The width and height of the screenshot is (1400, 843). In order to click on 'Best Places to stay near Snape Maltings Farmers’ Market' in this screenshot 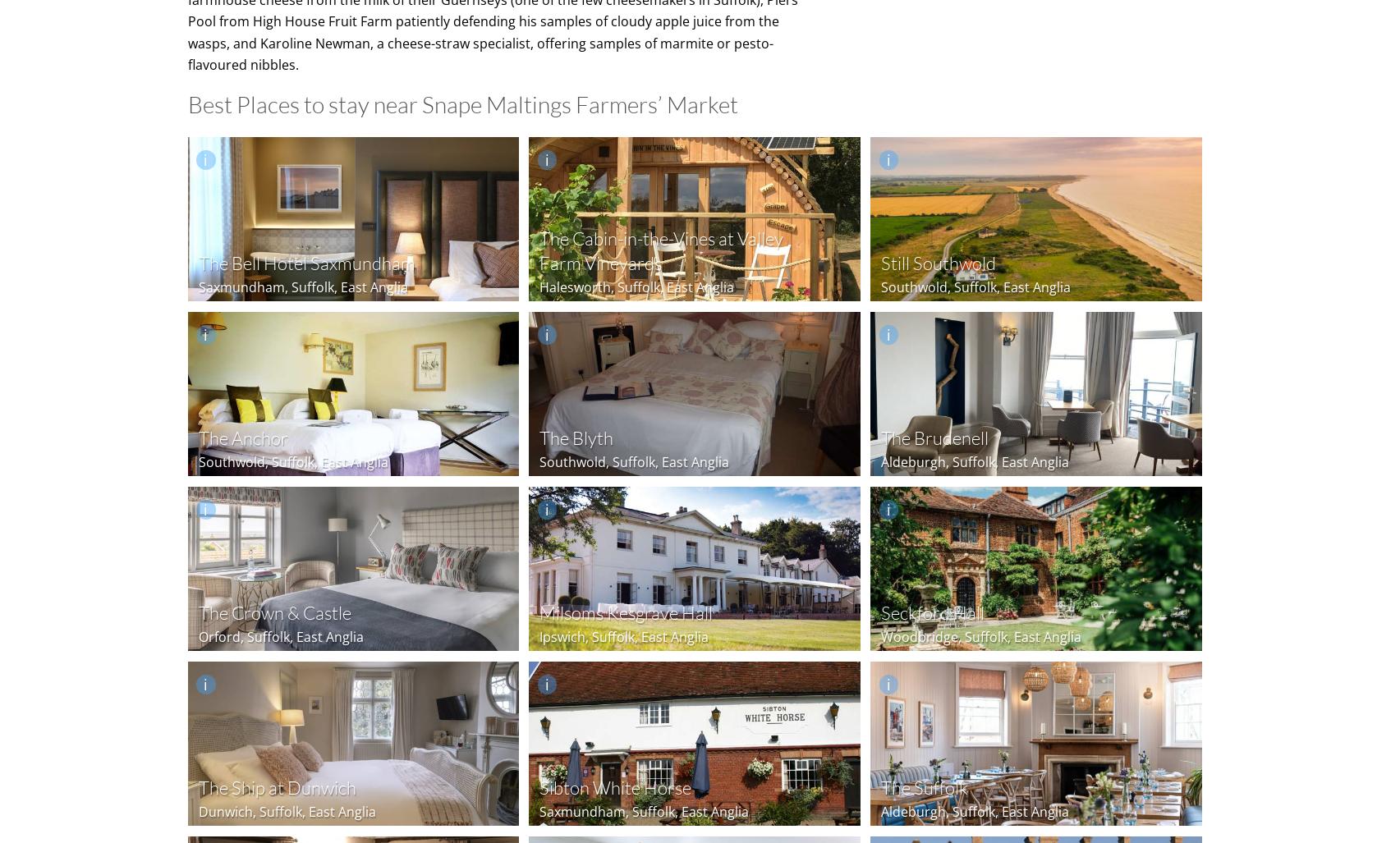, I will do `click(461, 103)`.